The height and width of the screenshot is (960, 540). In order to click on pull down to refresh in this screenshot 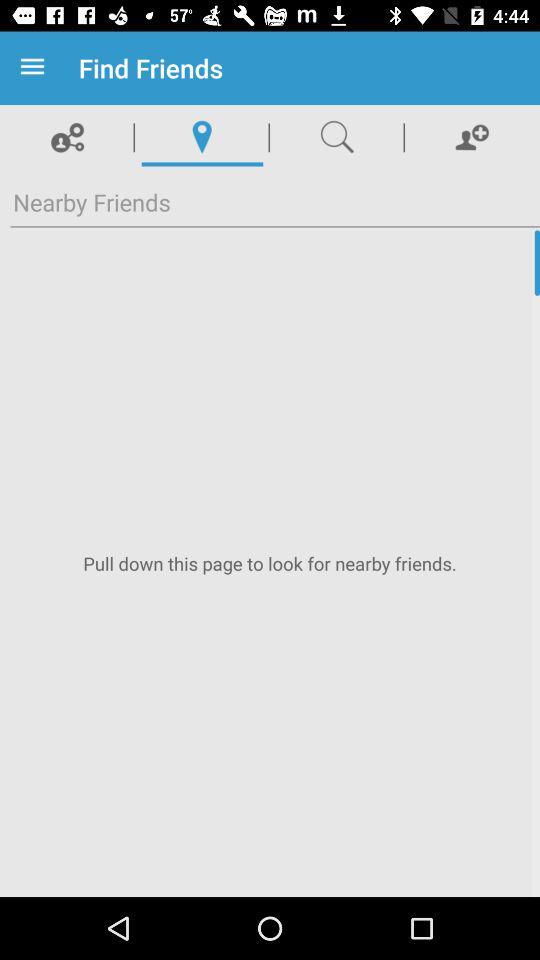, I will do `click(270, 563)`.